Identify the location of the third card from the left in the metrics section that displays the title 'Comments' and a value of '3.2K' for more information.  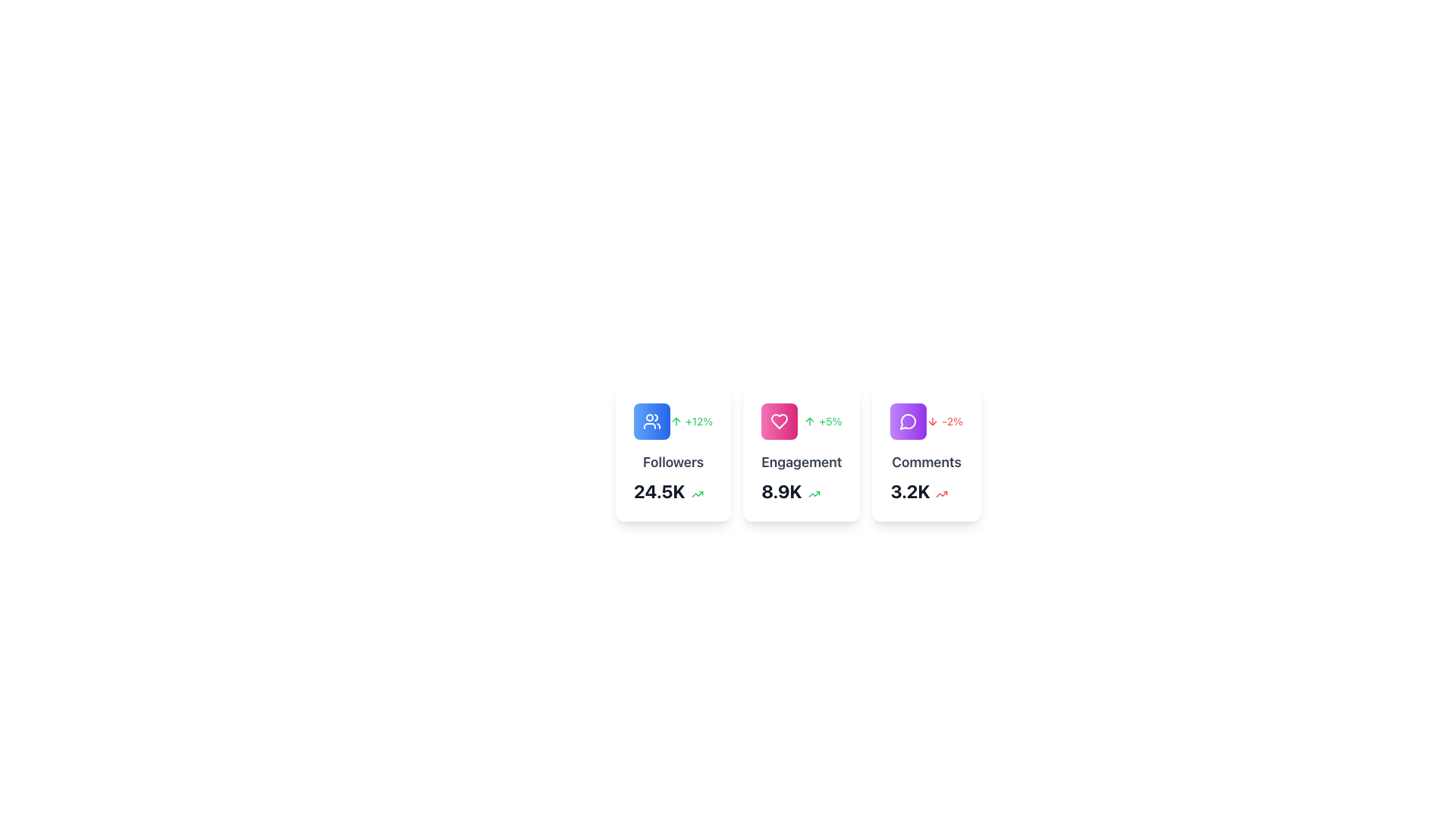
(939, 452).